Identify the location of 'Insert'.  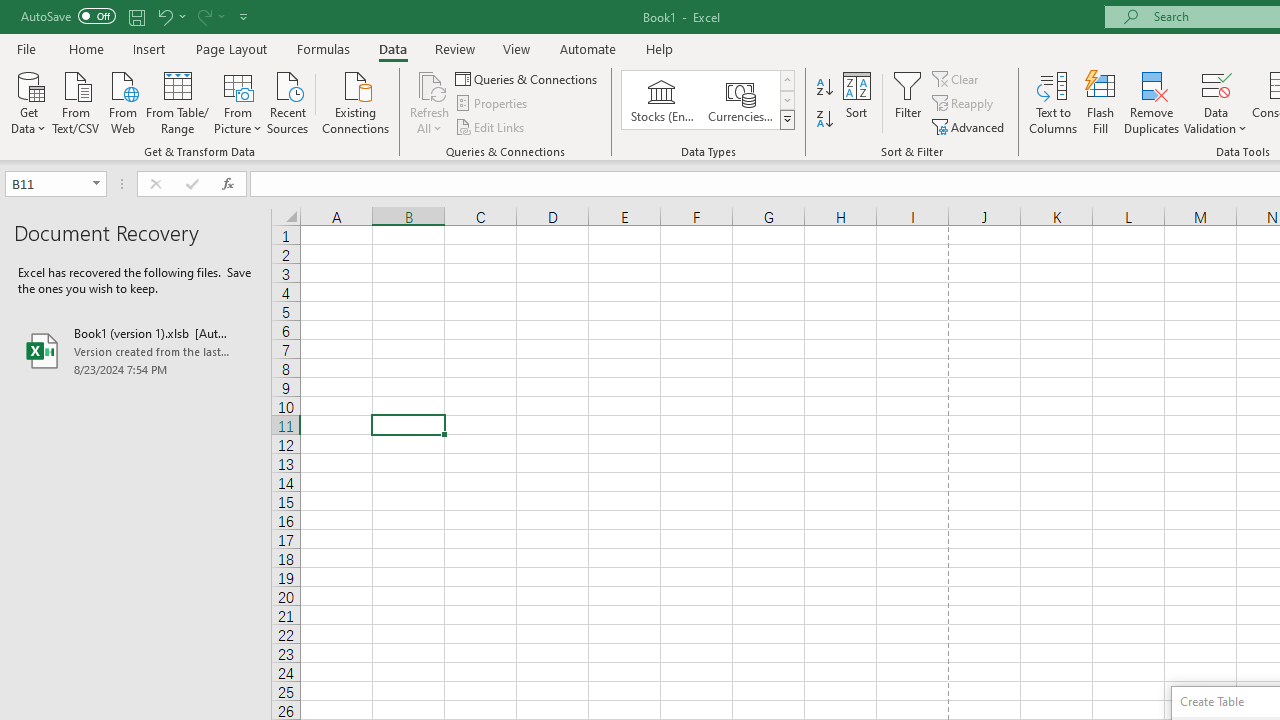
(148, 48).